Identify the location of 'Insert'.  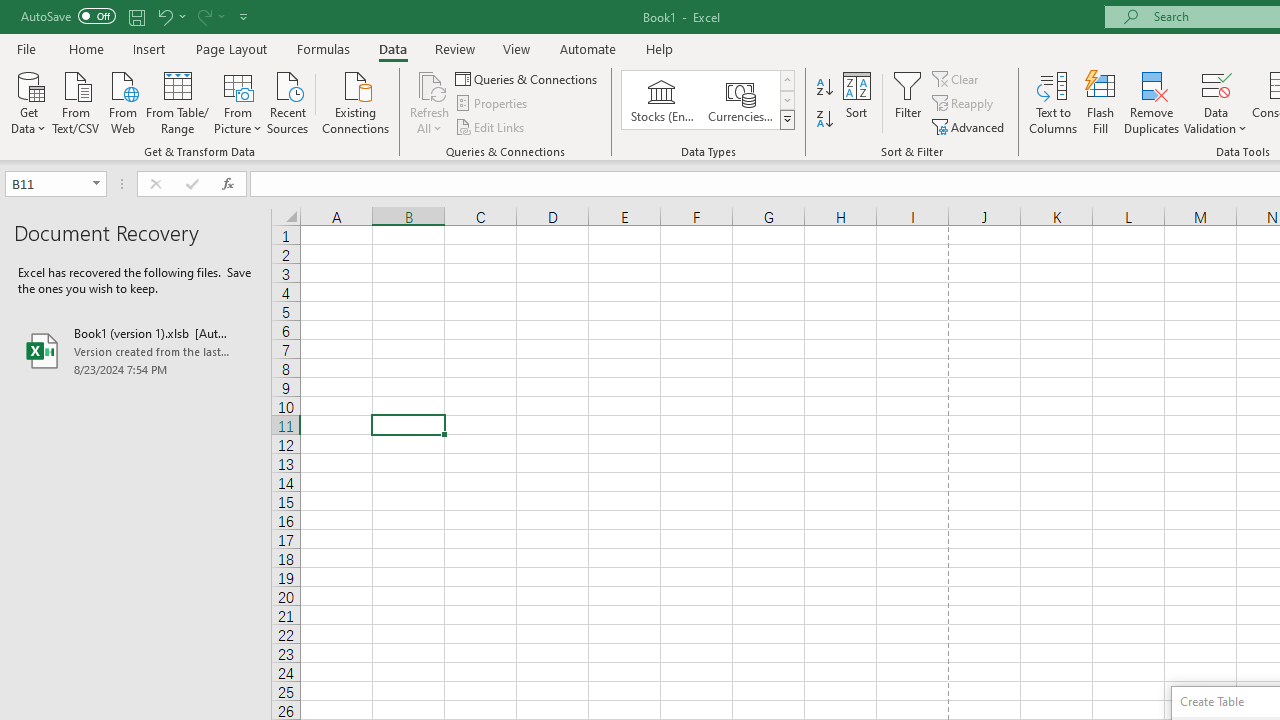
(148, 48).